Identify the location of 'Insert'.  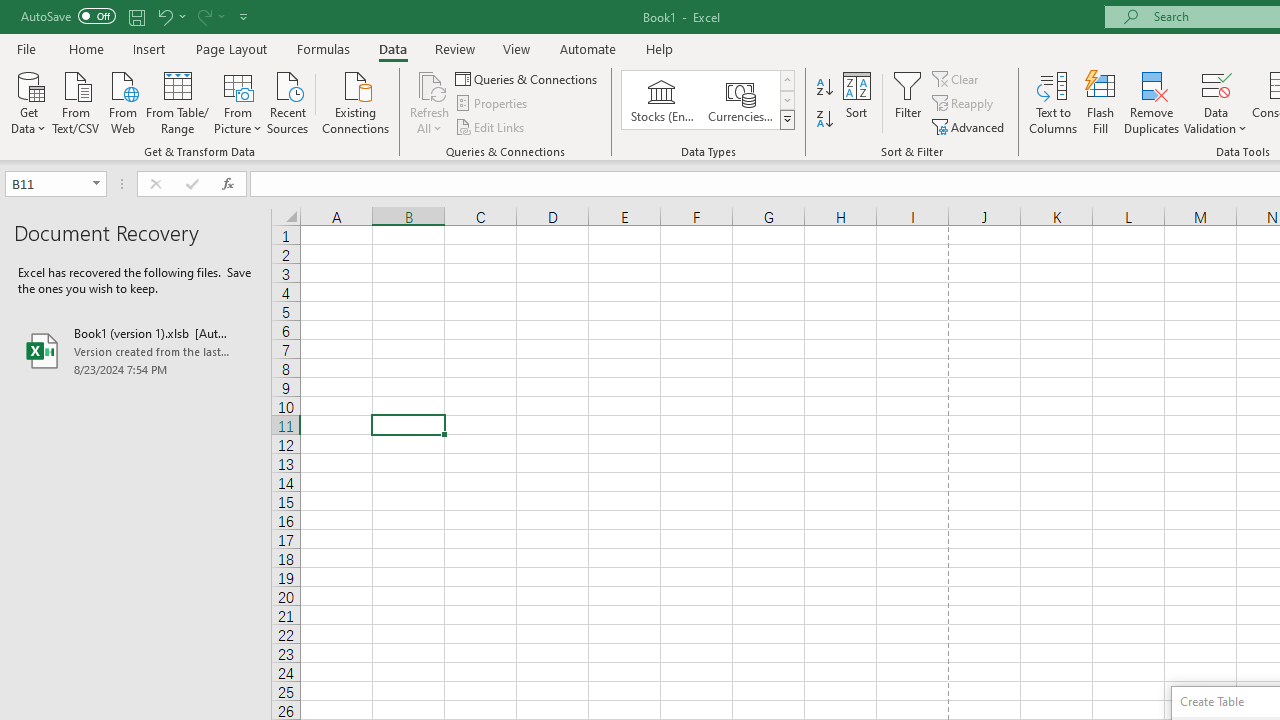
(148, 48).